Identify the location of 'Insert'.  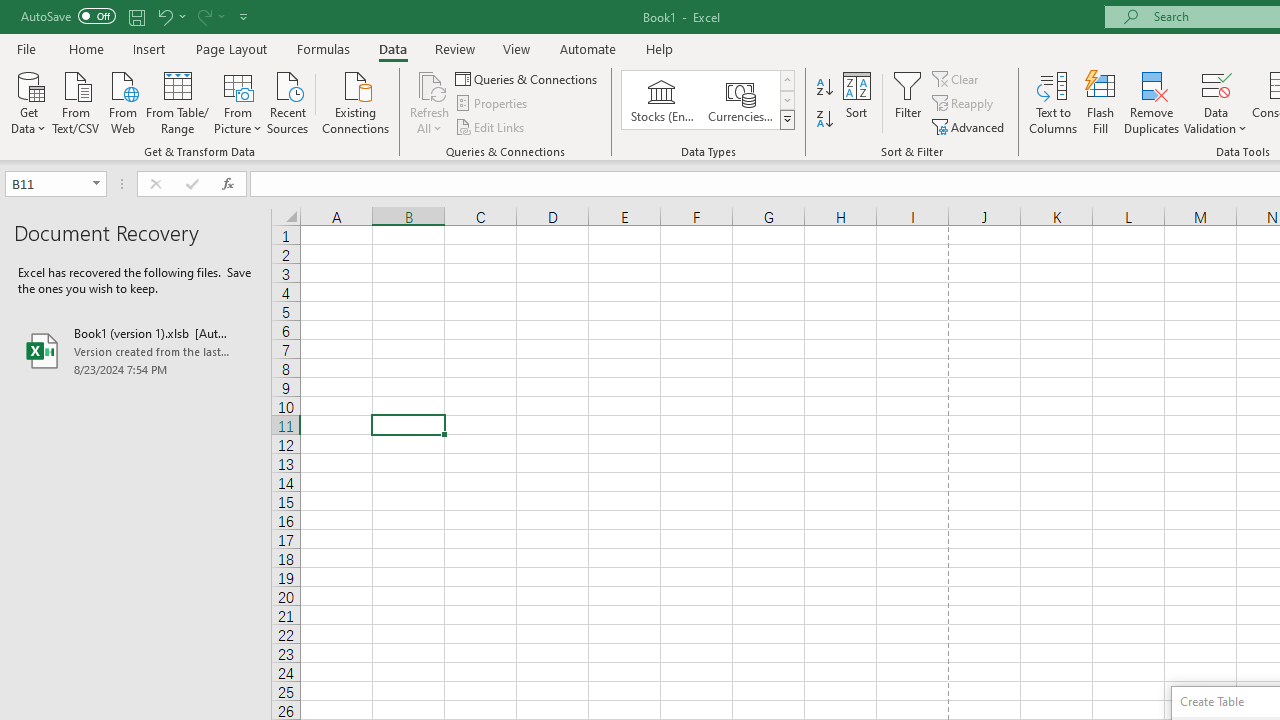
(148, 48).